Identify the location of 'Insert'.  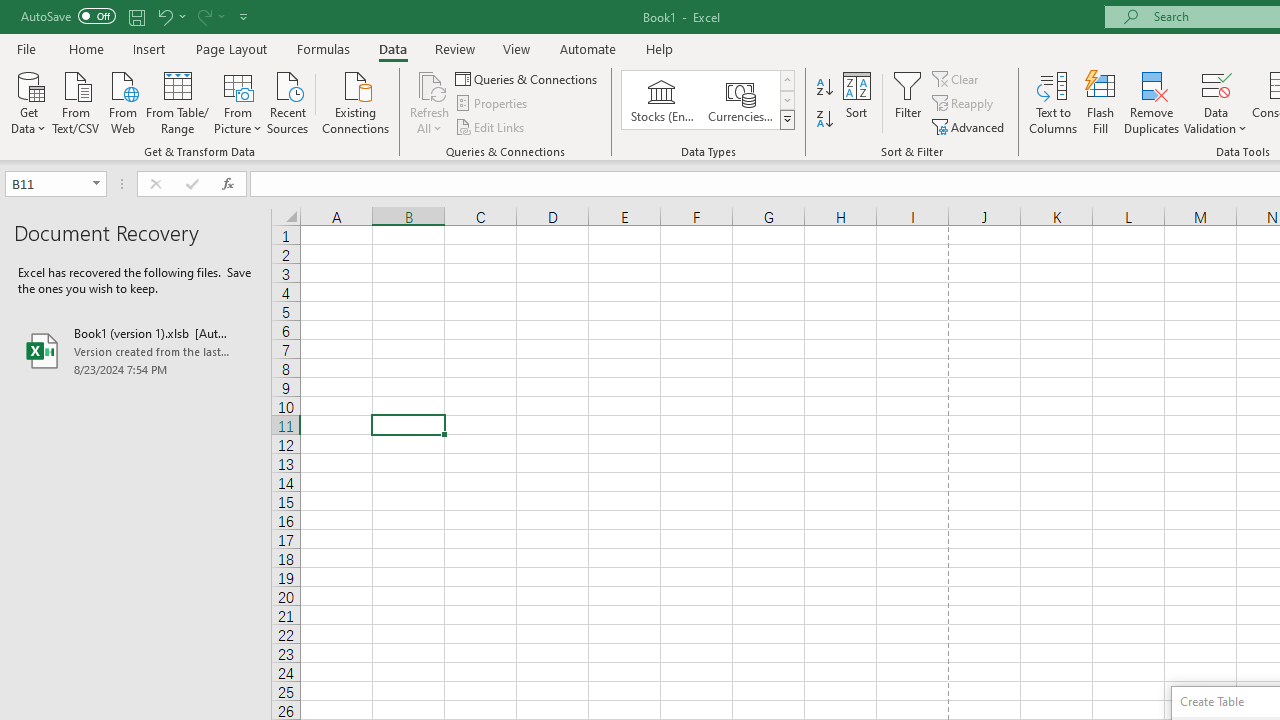
(148, 48).